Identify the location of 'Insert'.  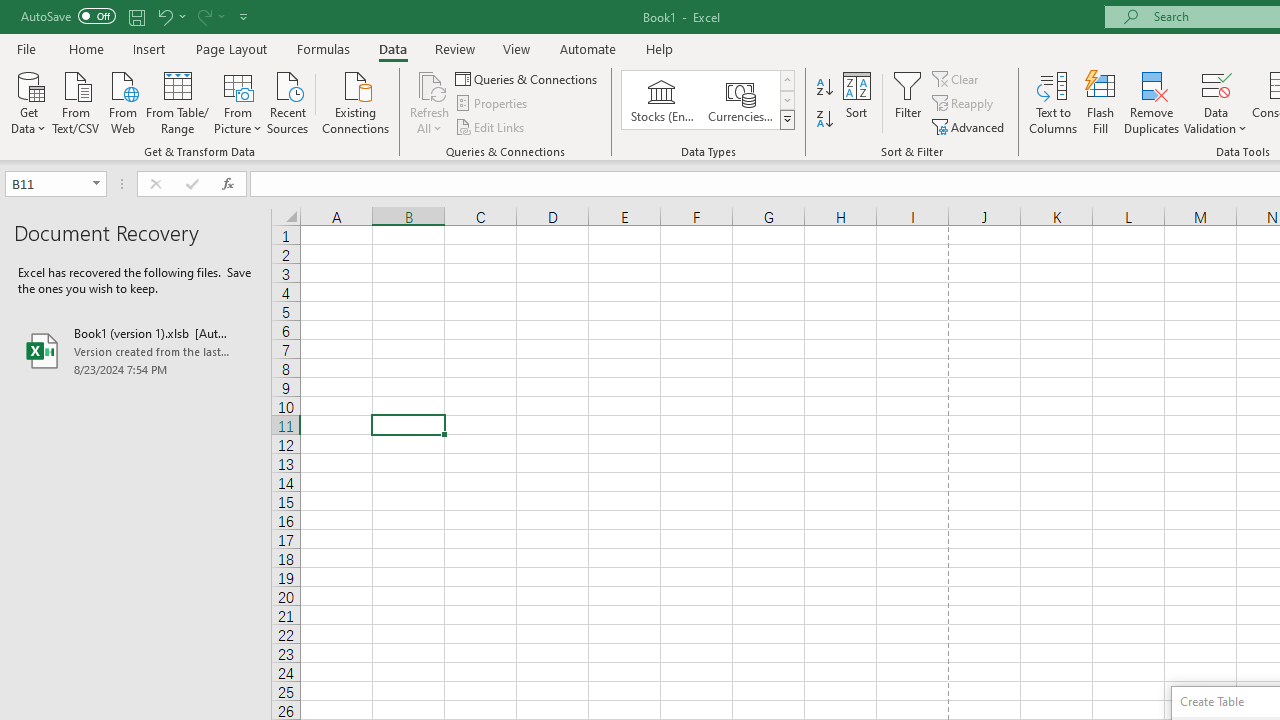
(148, 48).